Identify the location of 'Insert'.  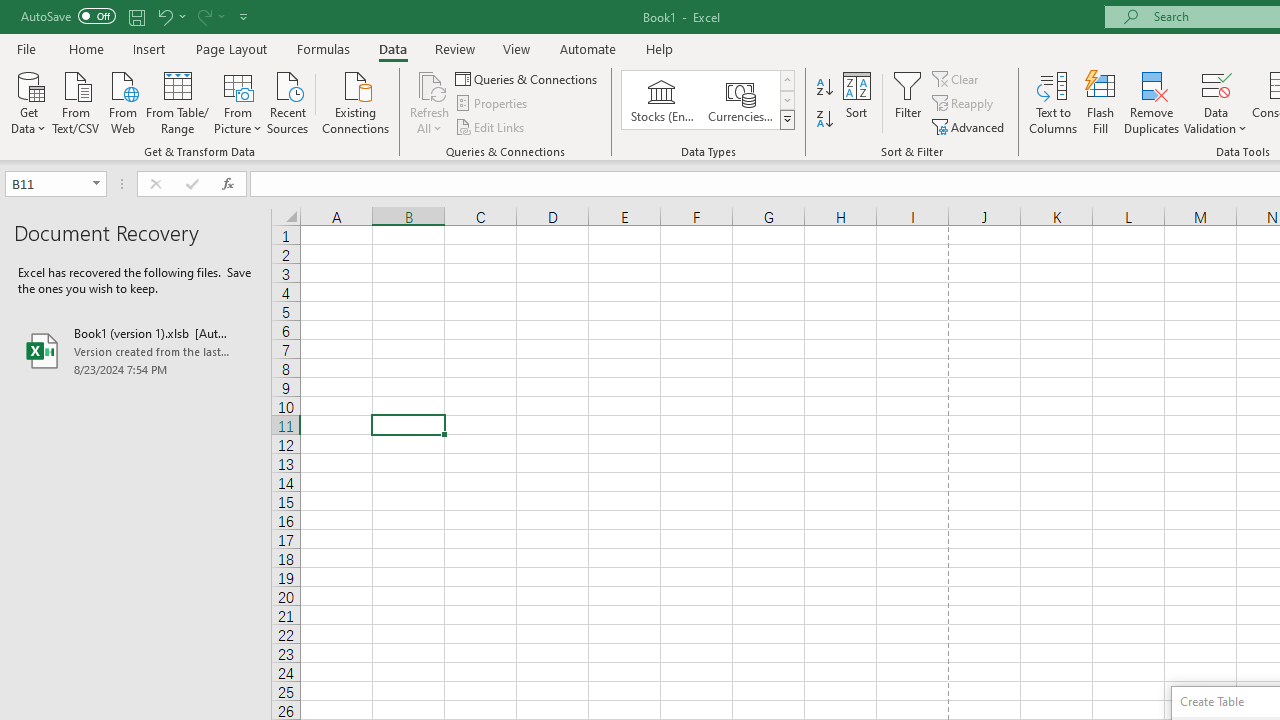
(148, 48).